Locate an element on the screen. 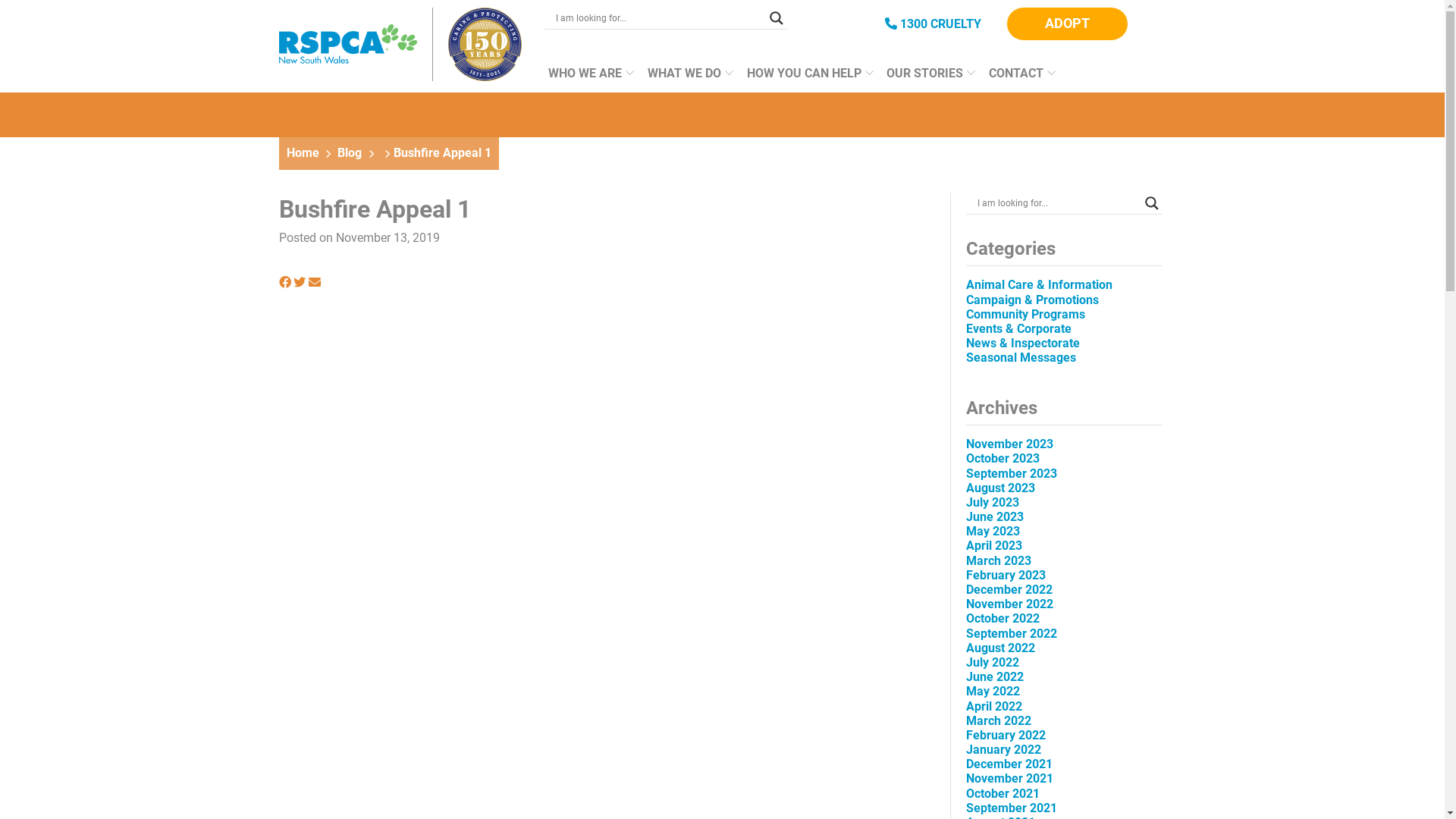 Image resolution: width=1456 pixels, height=819 pixels. 'May 2022' is located at coordinates (965, 691).